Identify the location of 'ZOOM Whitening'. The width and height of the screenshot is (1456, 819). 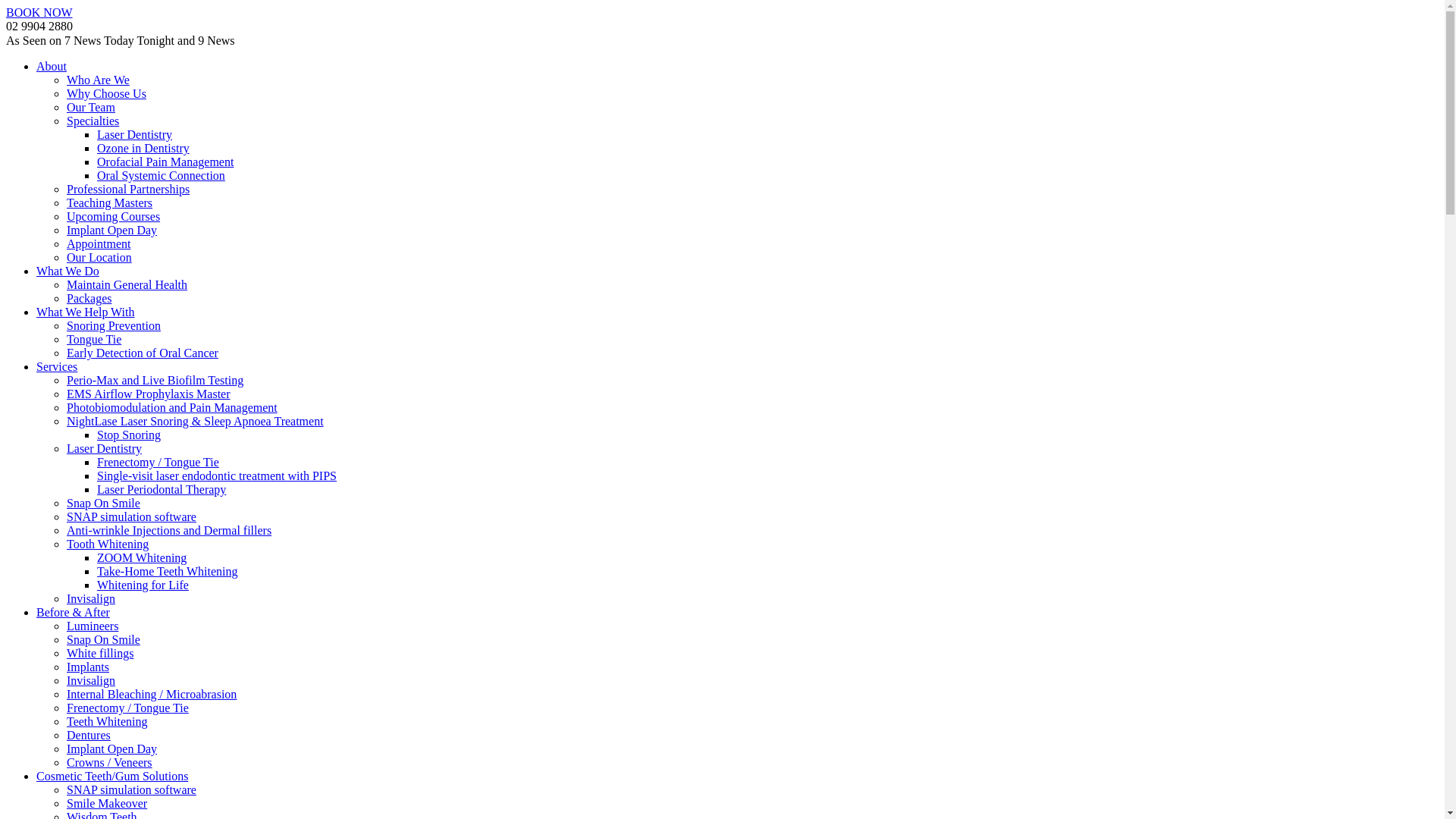
(142, 557).